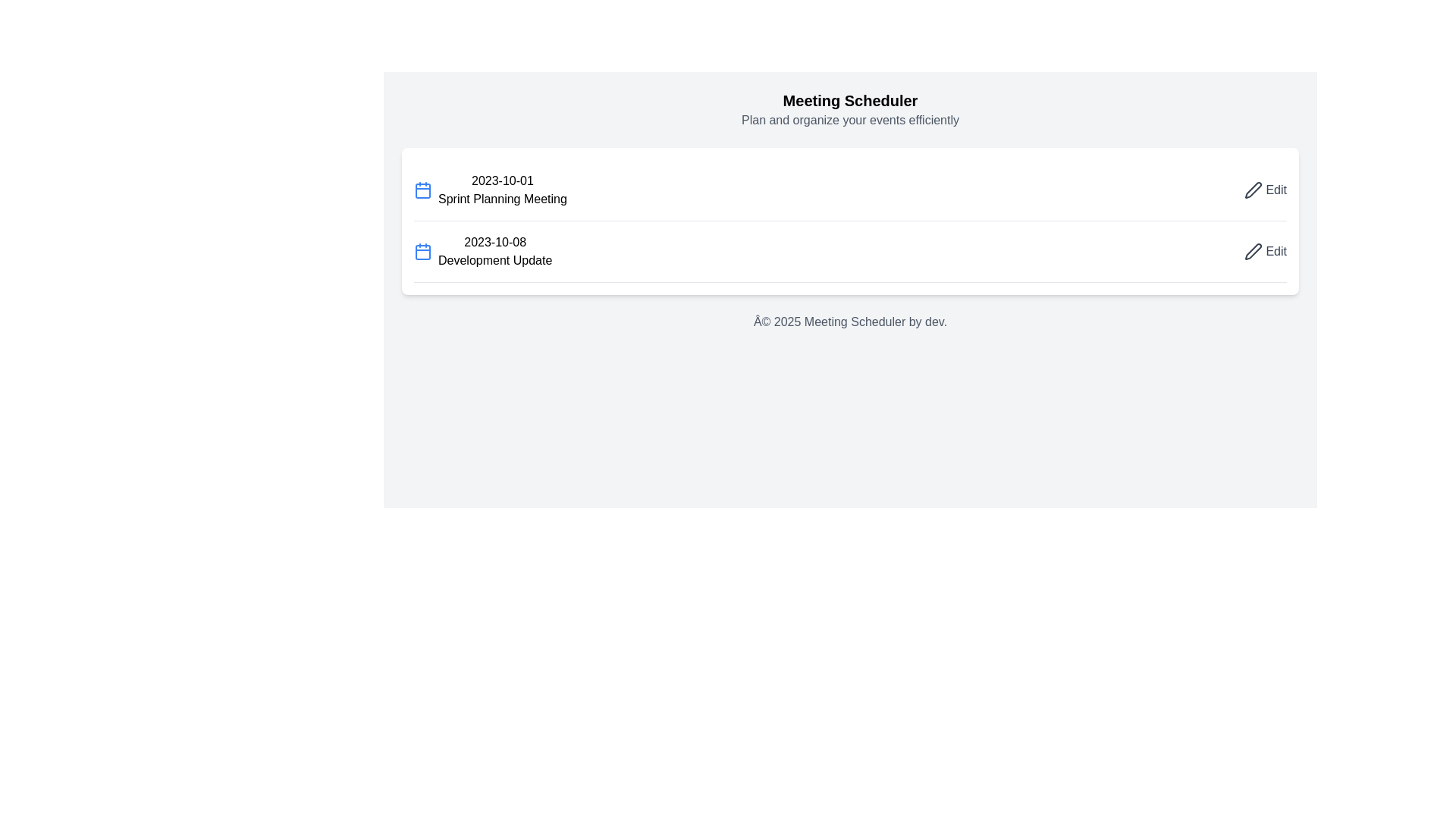  Describe the element at coordinates (422, 190) in the screenshot. I see `the rectangular box with rounded corners, styled in a blue outline, which is located within the calendar icon to the left of the text '2023-10-01 Sprint Planning Meeting'` at that location.